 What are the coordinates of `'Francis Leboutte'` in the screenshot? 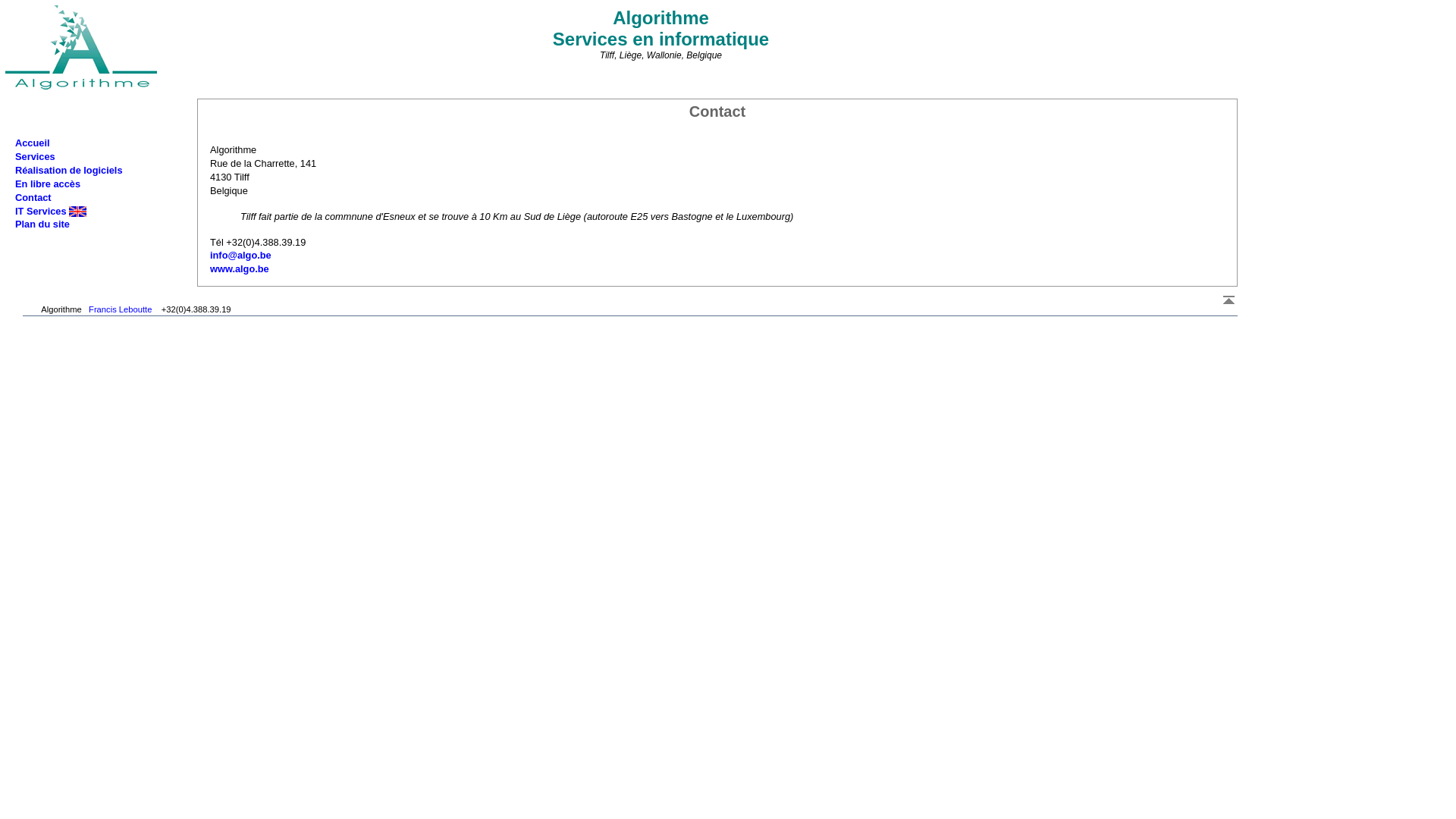 It's located at (119, 309).